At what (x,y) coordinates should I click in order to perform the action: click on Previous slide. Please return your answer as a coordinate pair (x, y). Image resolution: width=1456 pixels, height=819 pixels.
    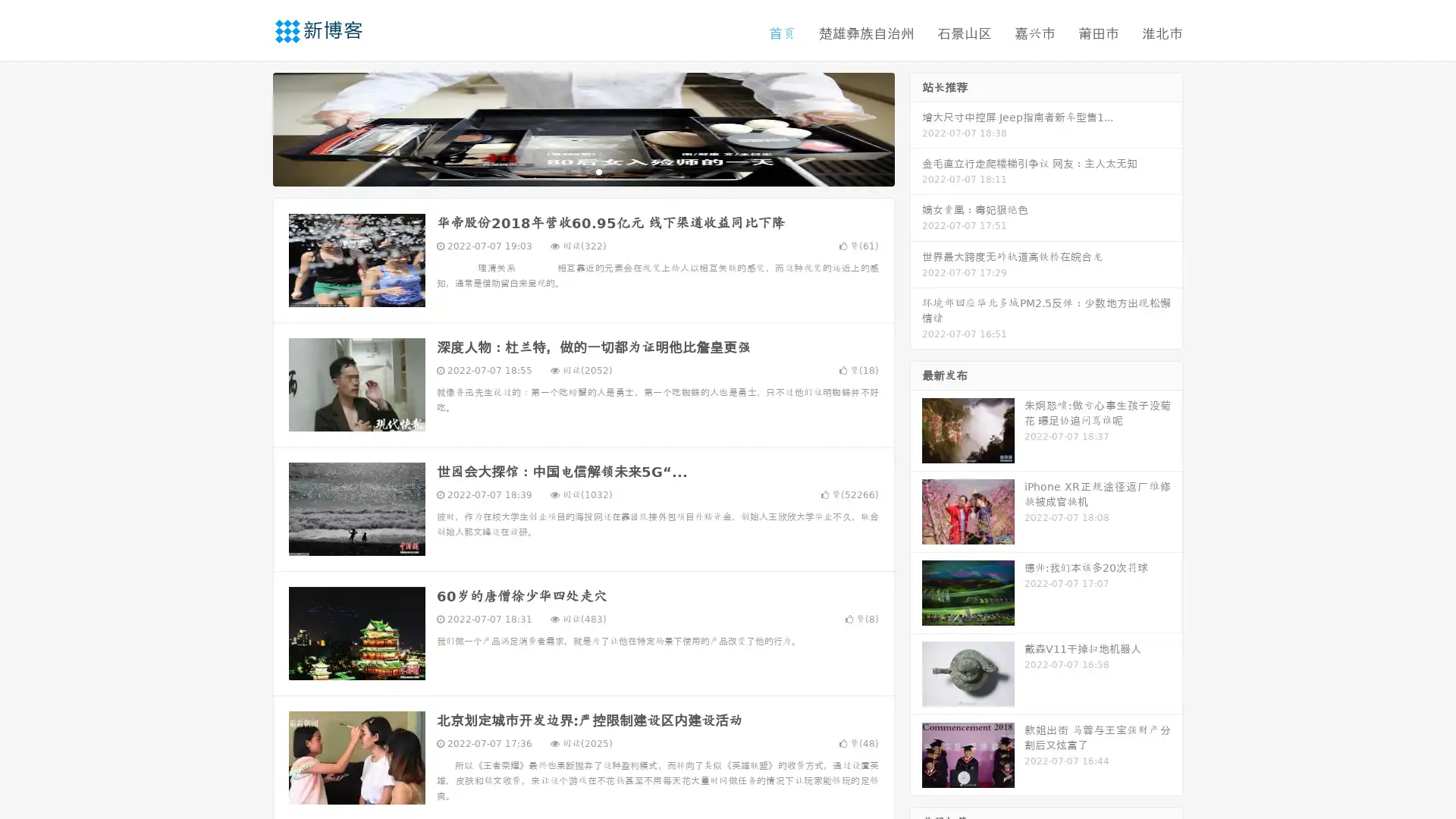
    Looking at the image, I should click on (250, 127).